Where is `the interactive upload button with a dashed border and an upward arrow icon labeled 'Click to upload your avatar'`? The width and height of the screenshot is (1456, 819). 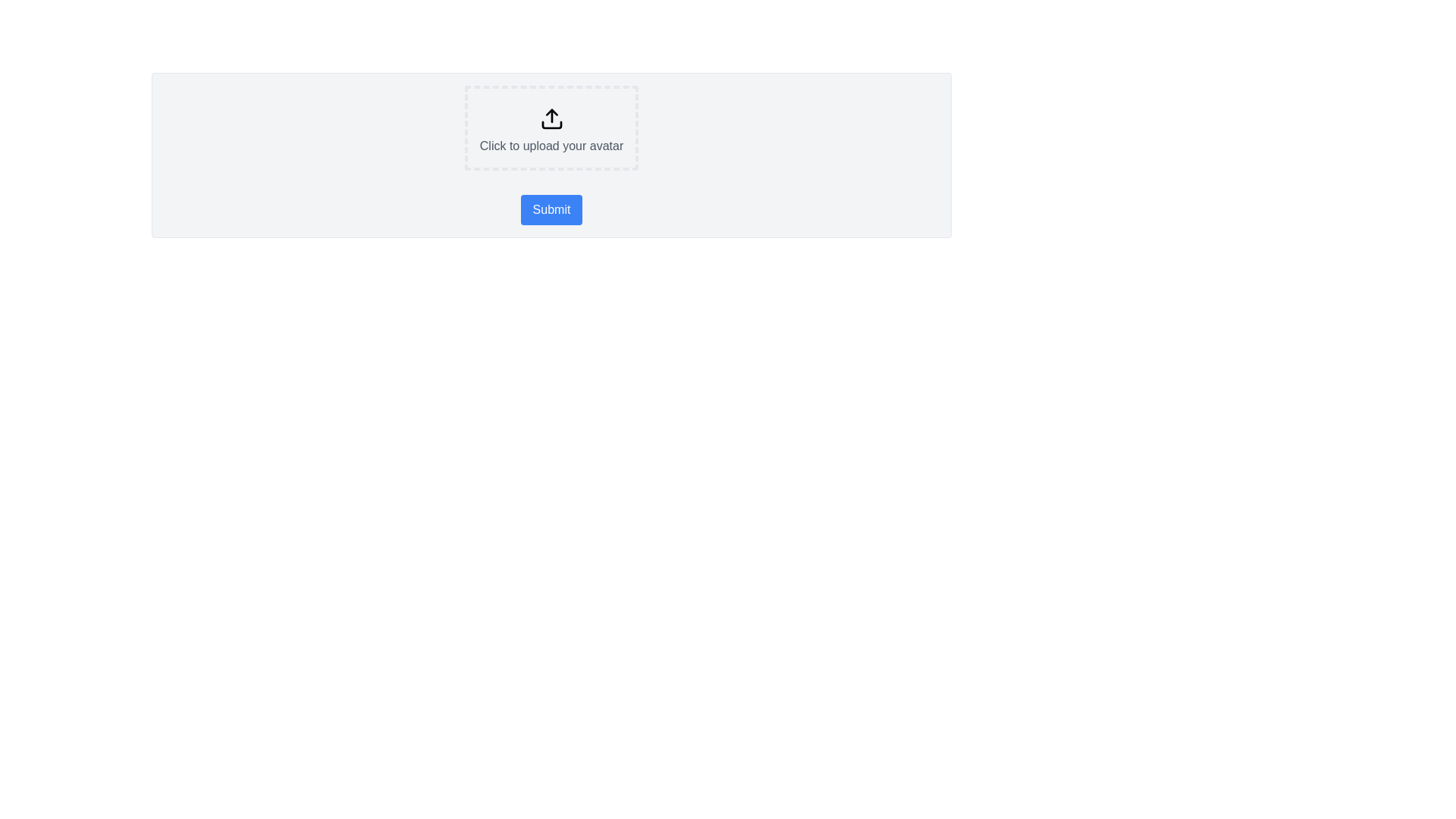 the interactive upload button with a dashed border and an upward arrow icon labeled 'Click to upload your avatar' is located at coordinates (551, 127).